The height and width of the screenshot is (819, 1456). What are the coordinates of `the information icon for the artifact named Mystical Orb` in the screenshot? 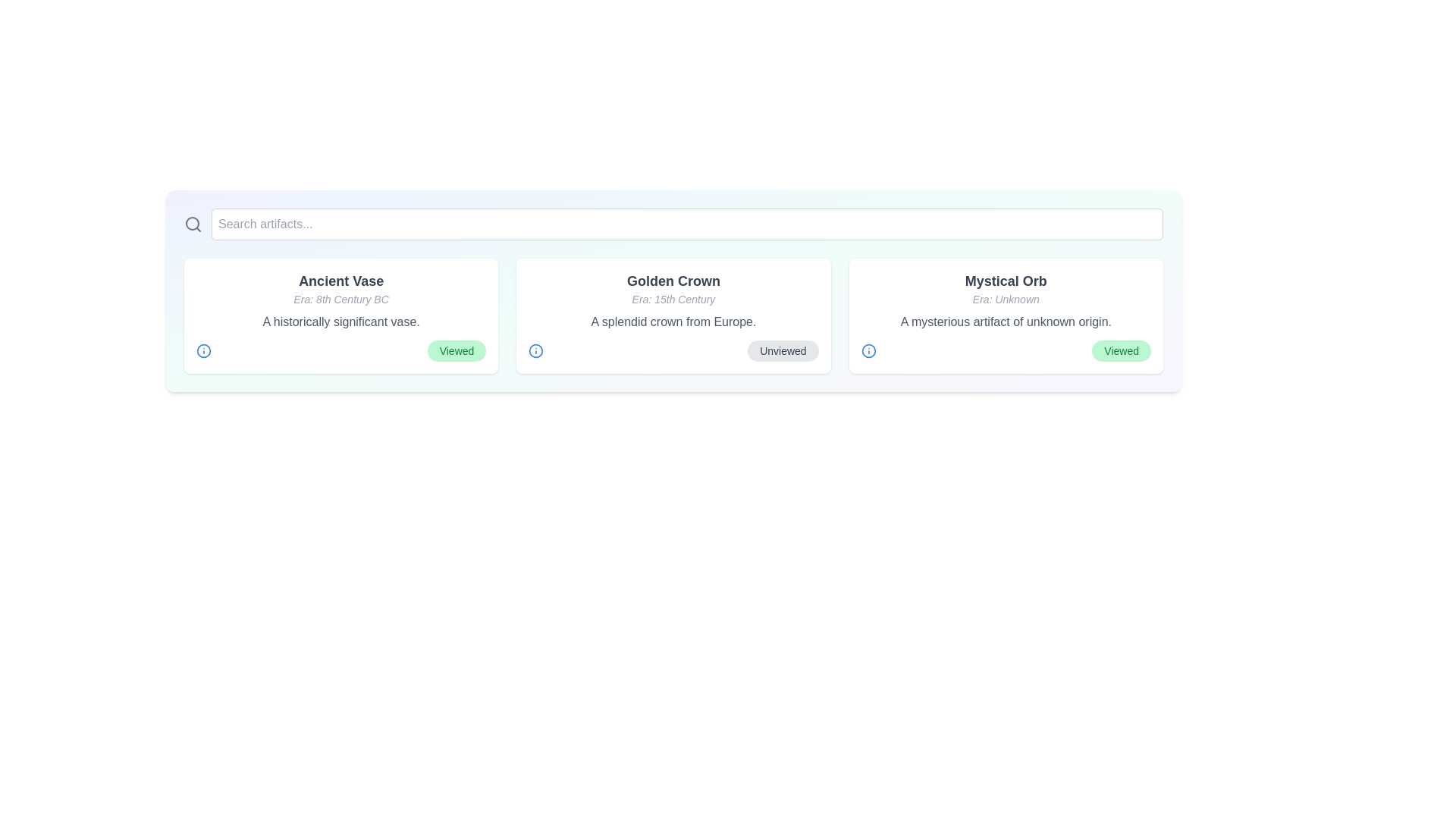 It's located at (868, 350).